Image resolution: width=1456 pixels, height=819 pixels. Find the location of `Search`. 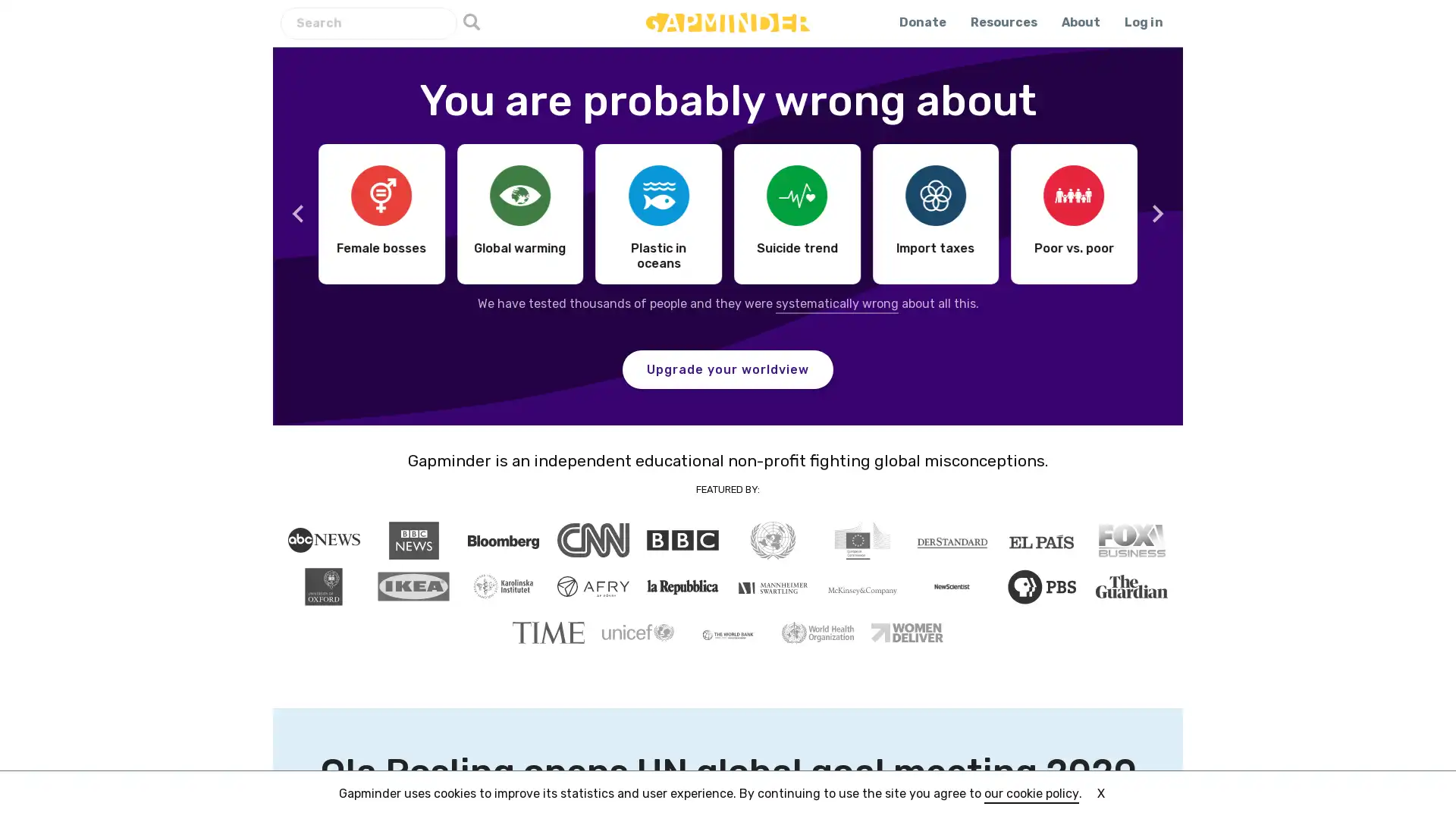

Search is located at coordinates (471, 22).